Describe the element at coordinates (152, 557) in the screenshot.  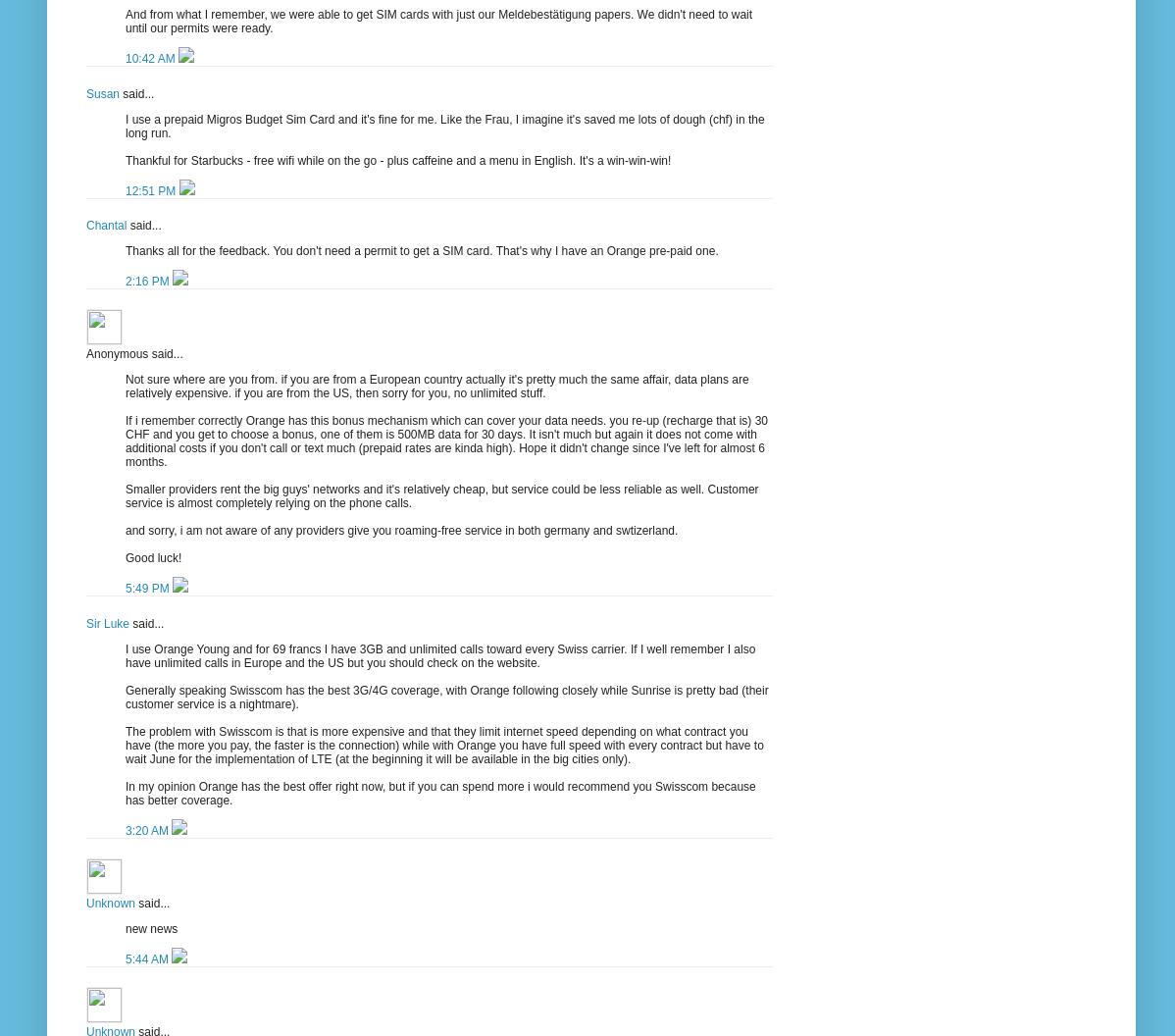
I see `'Good luck!'` at that location.